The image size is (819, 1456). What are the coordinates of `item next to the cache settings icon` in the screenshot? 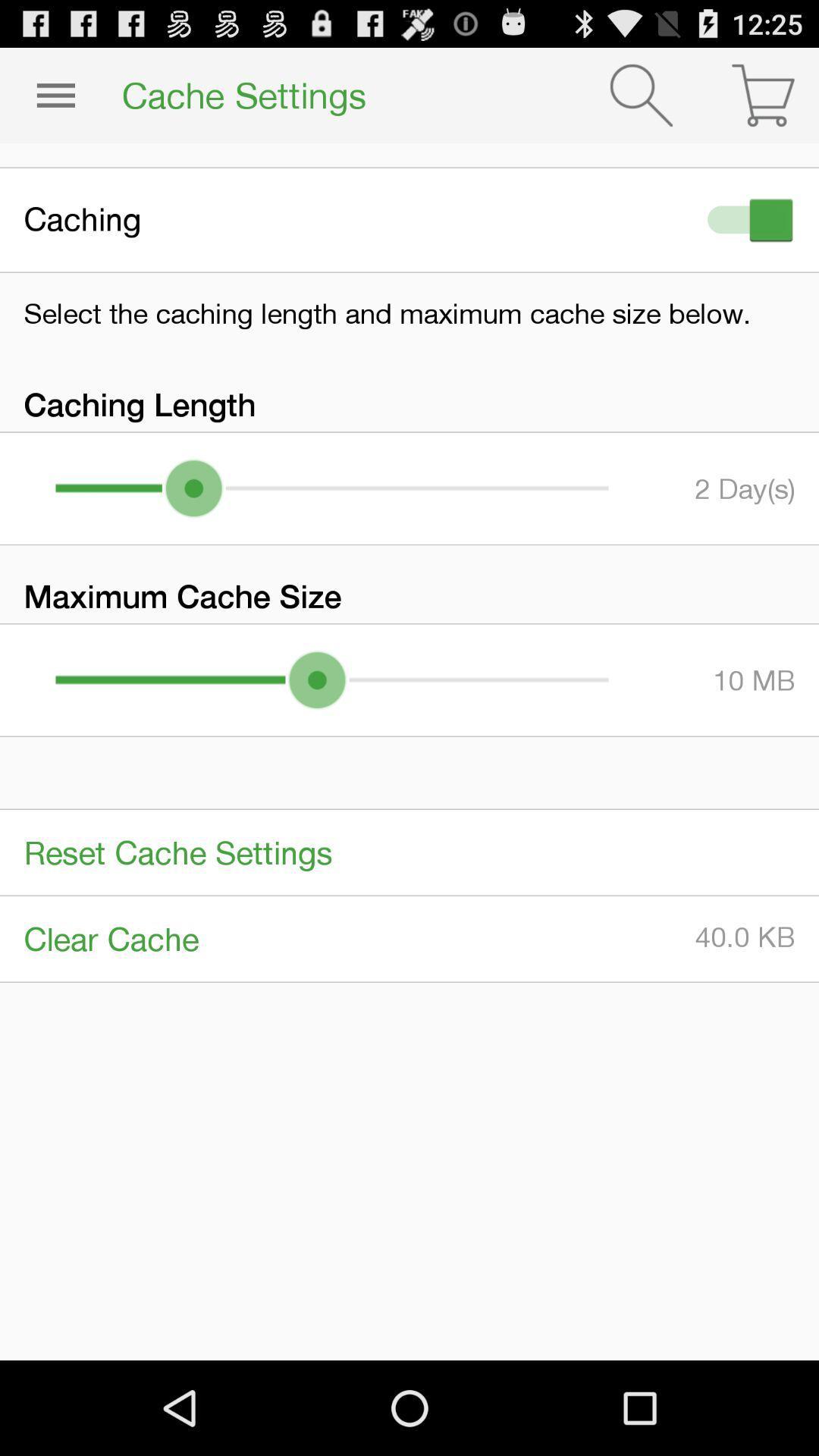 It's located at (55, 94).